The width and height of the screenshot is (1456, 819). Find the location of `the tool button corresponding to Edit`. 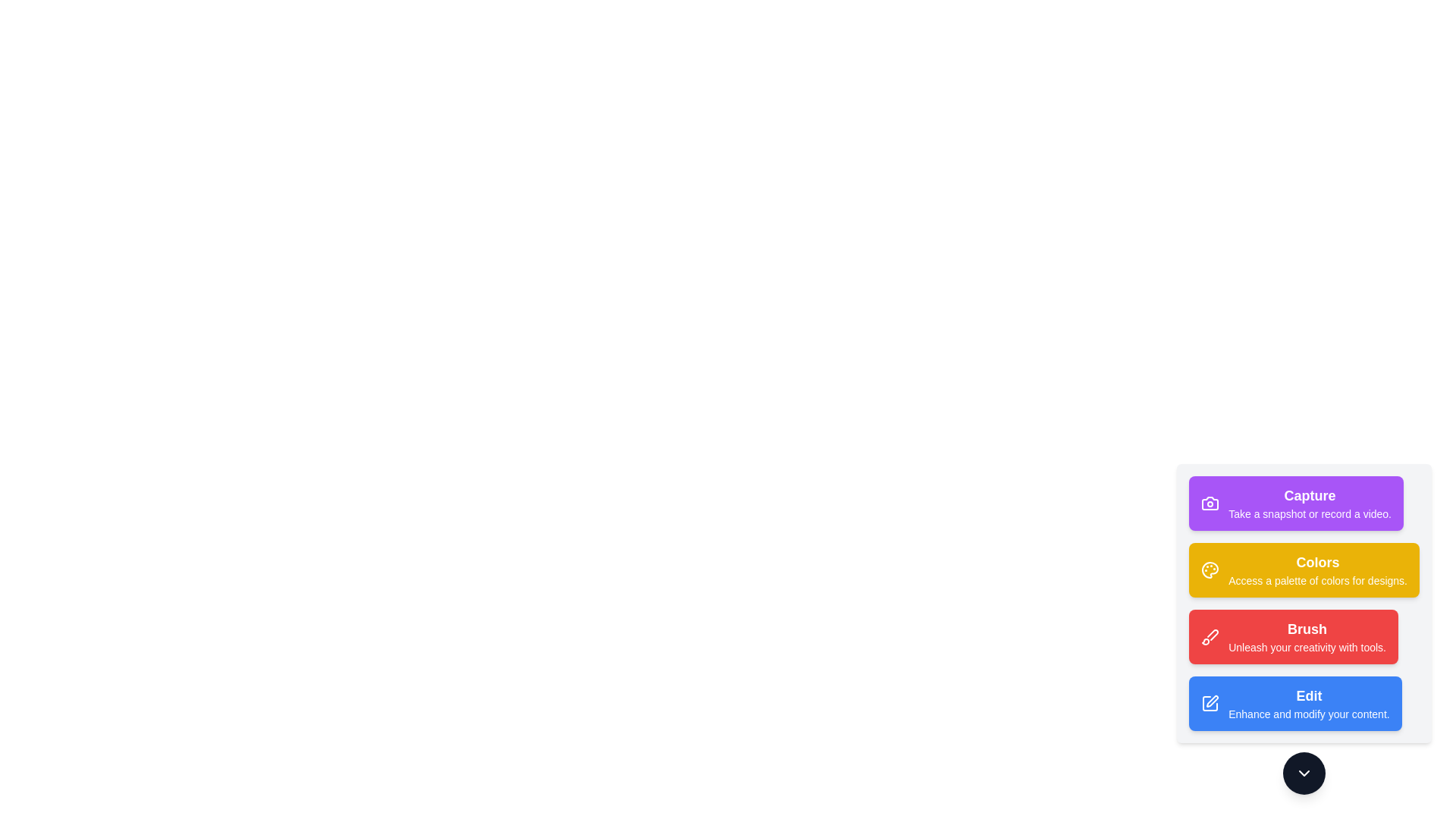

the tool button corresponding to Edit is located at coordinates (1294, 704).